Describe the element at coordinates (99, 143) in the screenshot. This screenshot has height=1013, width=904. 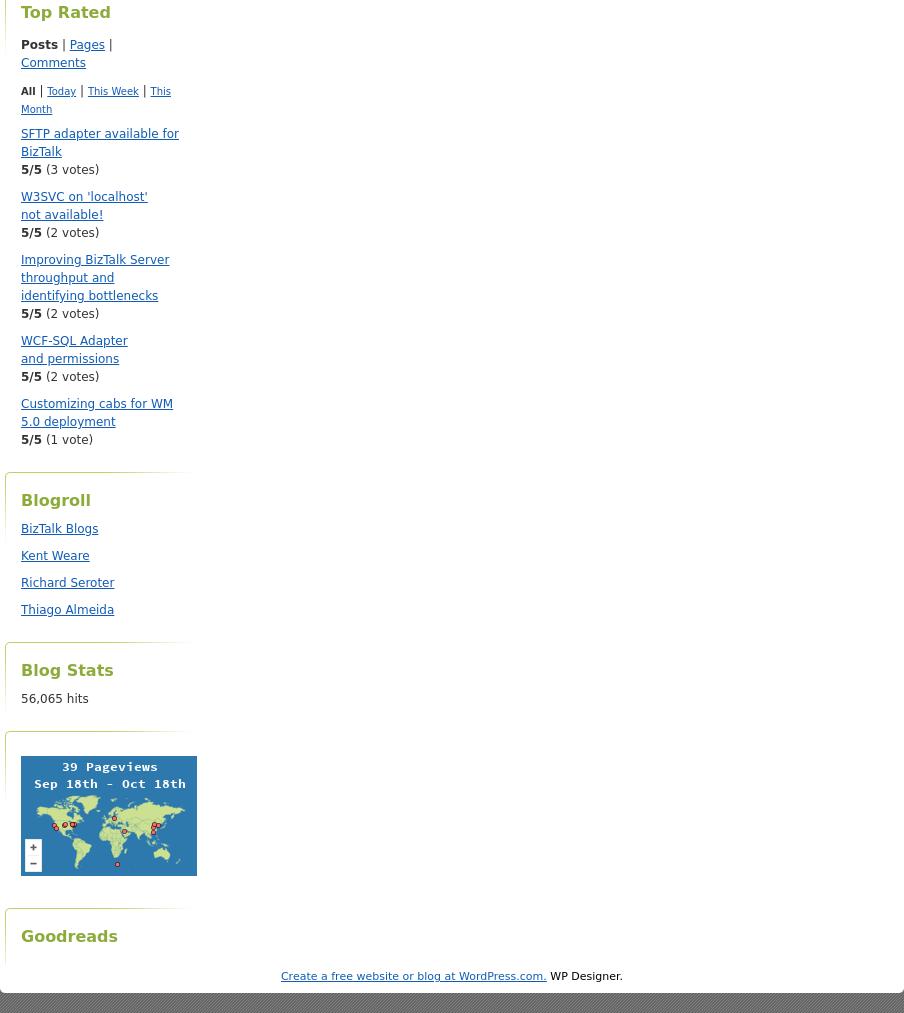
I see `'SFTP adapter available for BizTalk'` at that location.